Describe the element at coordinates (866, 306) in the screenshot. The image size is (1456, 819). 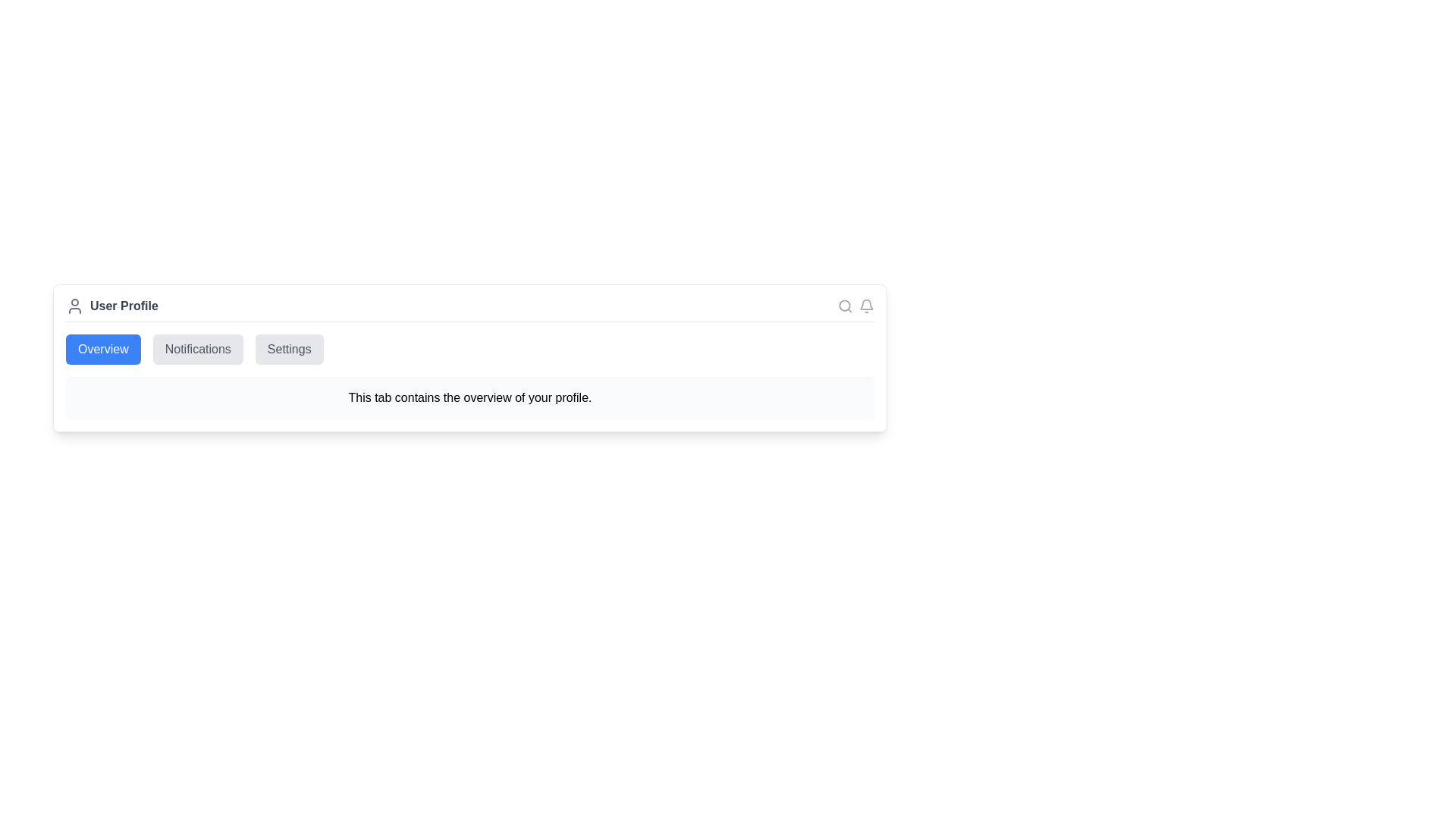
I see `the notifications icon to interact with it` at that location.